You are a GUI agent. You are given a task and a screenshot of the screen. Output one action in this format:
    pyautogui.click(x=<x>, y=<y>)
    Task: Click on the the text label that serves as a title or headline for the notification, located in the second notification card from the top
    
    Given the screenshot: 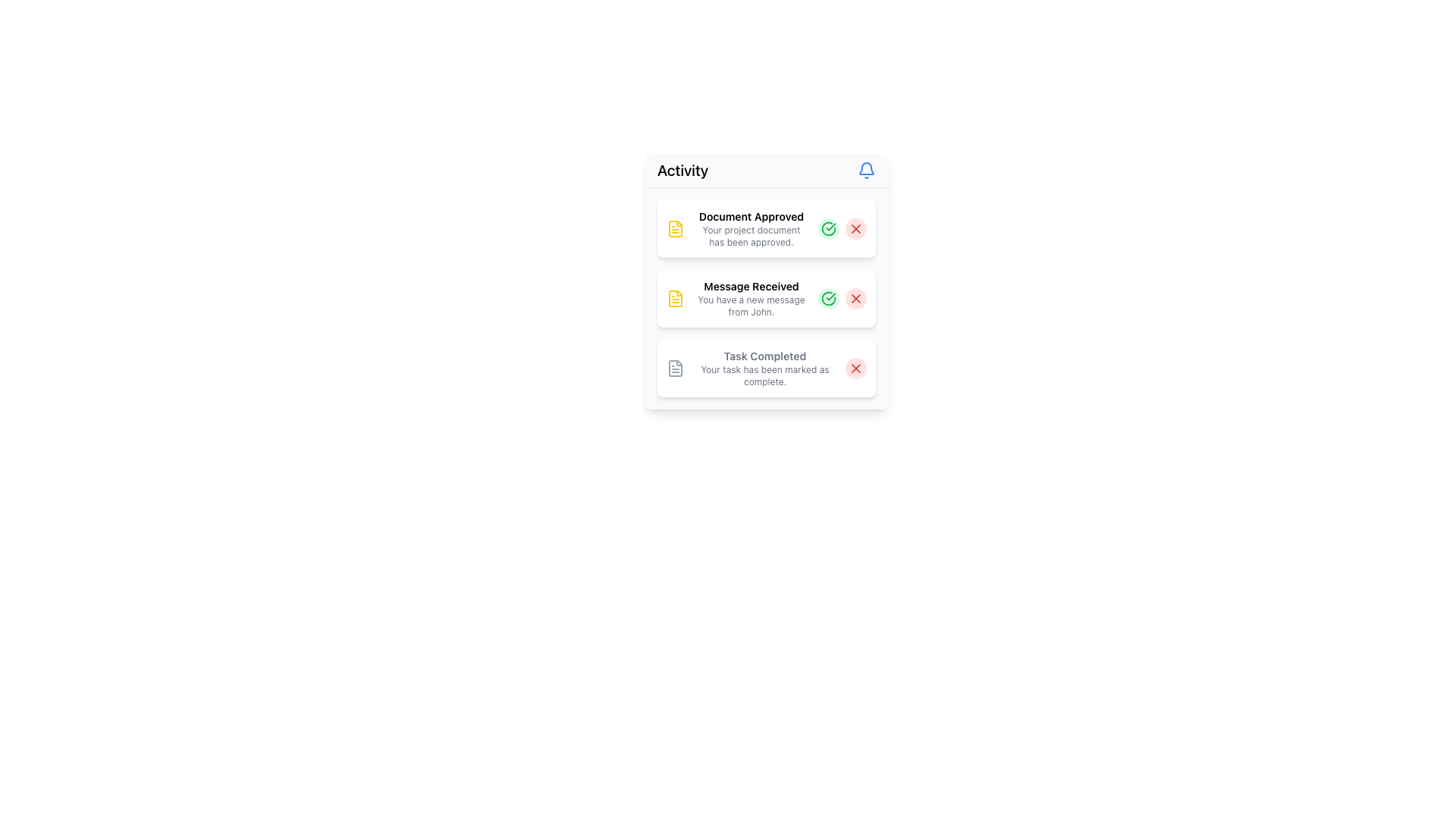 What is the action you would take?
    pyautogui.click(x=751, y=287)
    